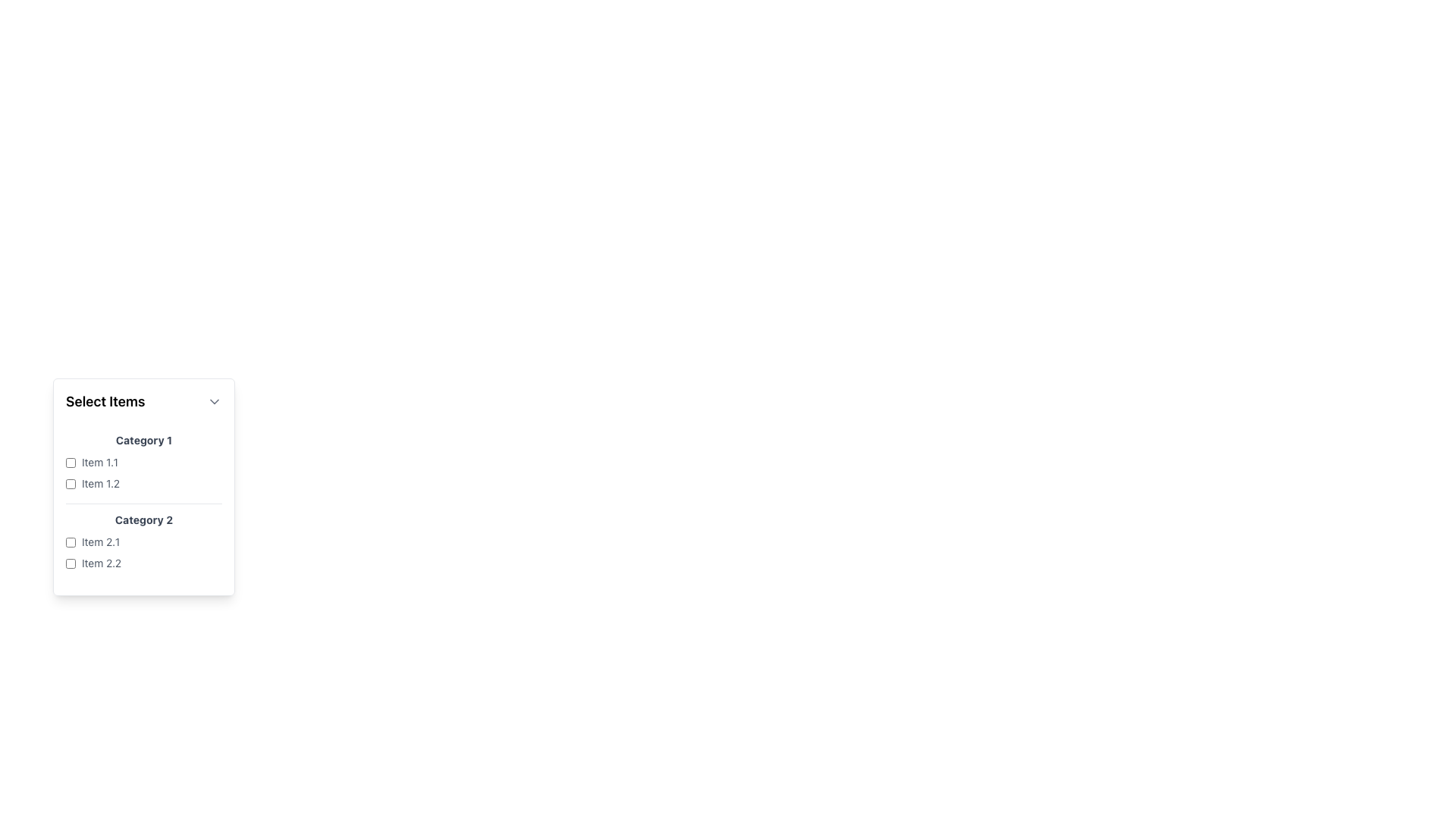 The image size is (1456, 819). I want to click on text label for 'Item 2.1' located under 'Category 2', which is positioned beside the corresponding checkbox, so click(100, 541).